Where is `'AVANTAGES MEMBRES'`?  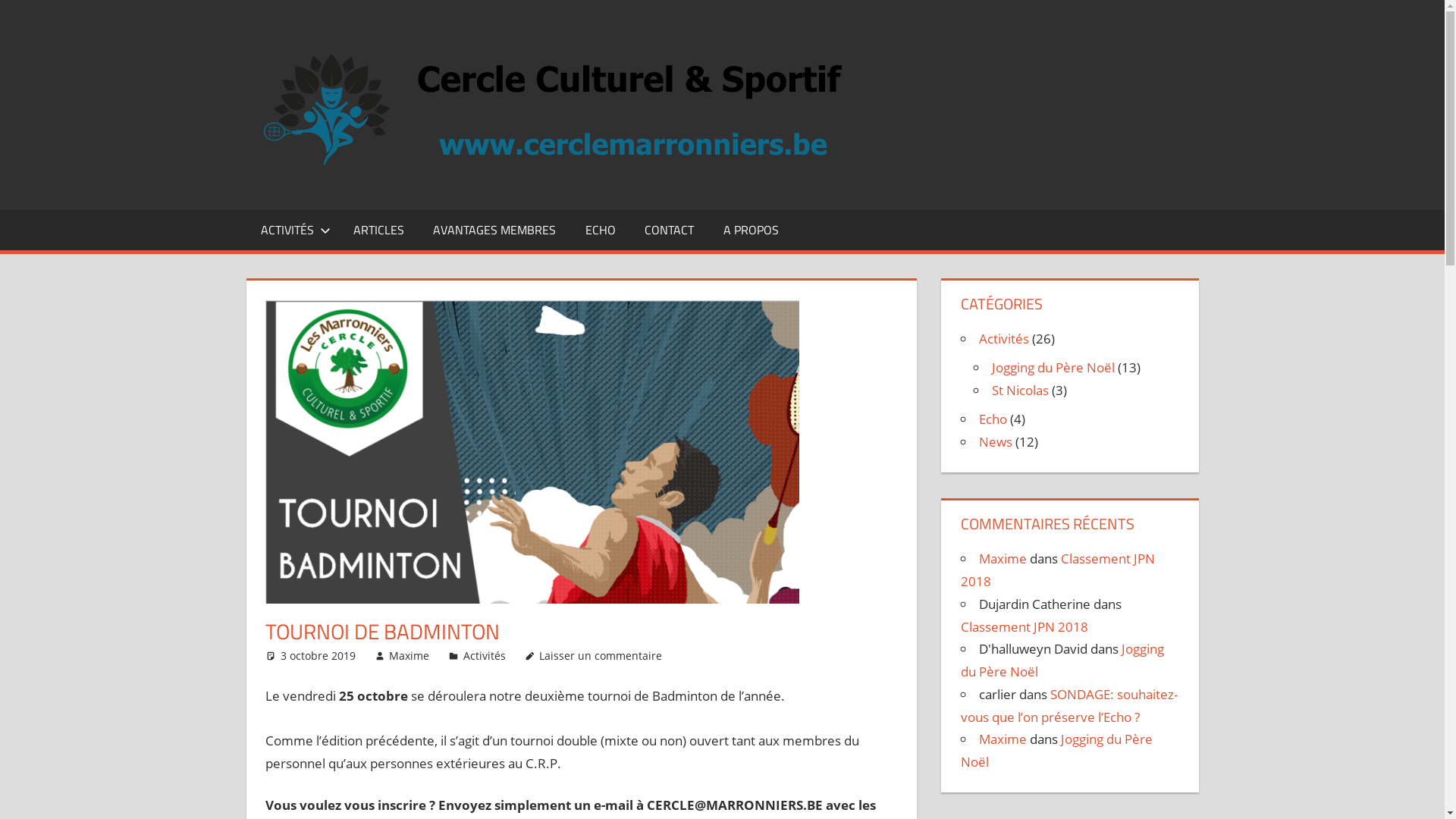 'AVANTAGES MEMBRES' is located at coordinates (494, 230).